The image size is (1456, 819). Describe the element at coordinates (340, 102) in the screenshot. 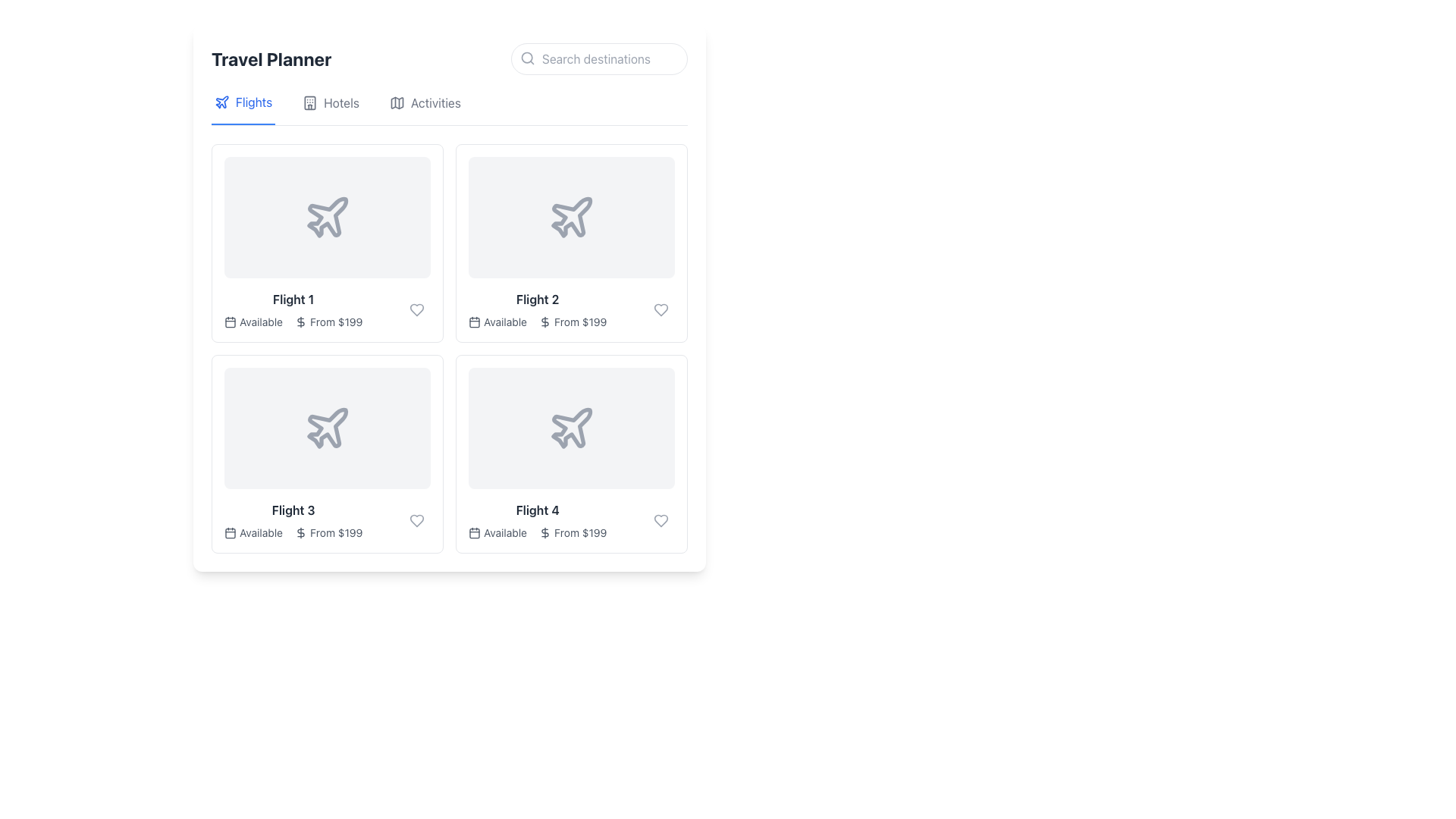

I see `the 'Hotels' text label in the navigation bar` at that location.